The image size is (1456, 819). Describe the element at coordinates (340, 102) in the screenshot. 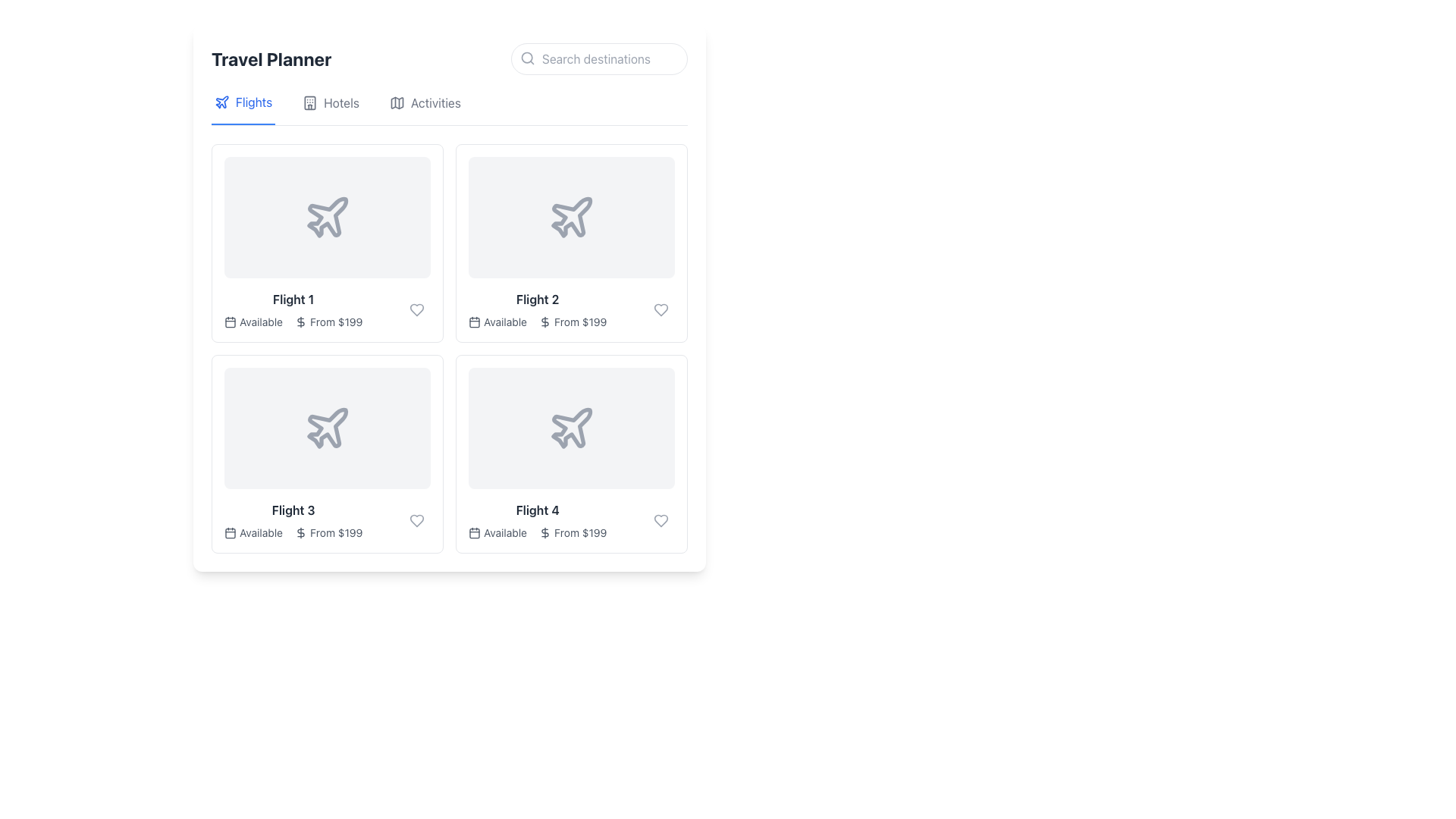

I see `the 'Hotels' text label in the navigation bar` at that location.